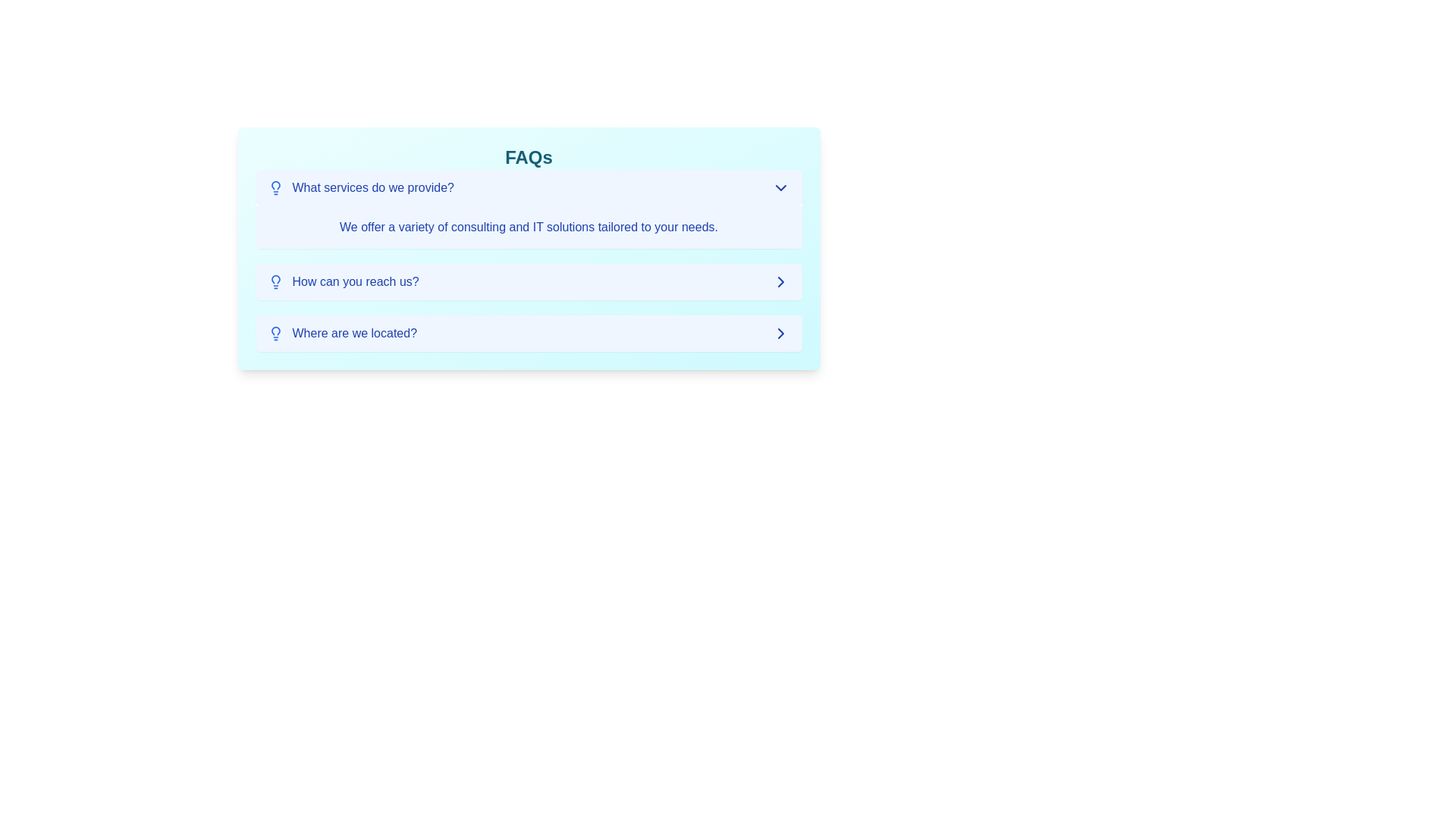 This screenshot has width=1456, height=819. Describe the element at coordinates (780, 281) in the screenshot. I see `the rightward pointing chevron arrow icon located in the third FAQ section next to the question text 'Where are we located?'` at that location.